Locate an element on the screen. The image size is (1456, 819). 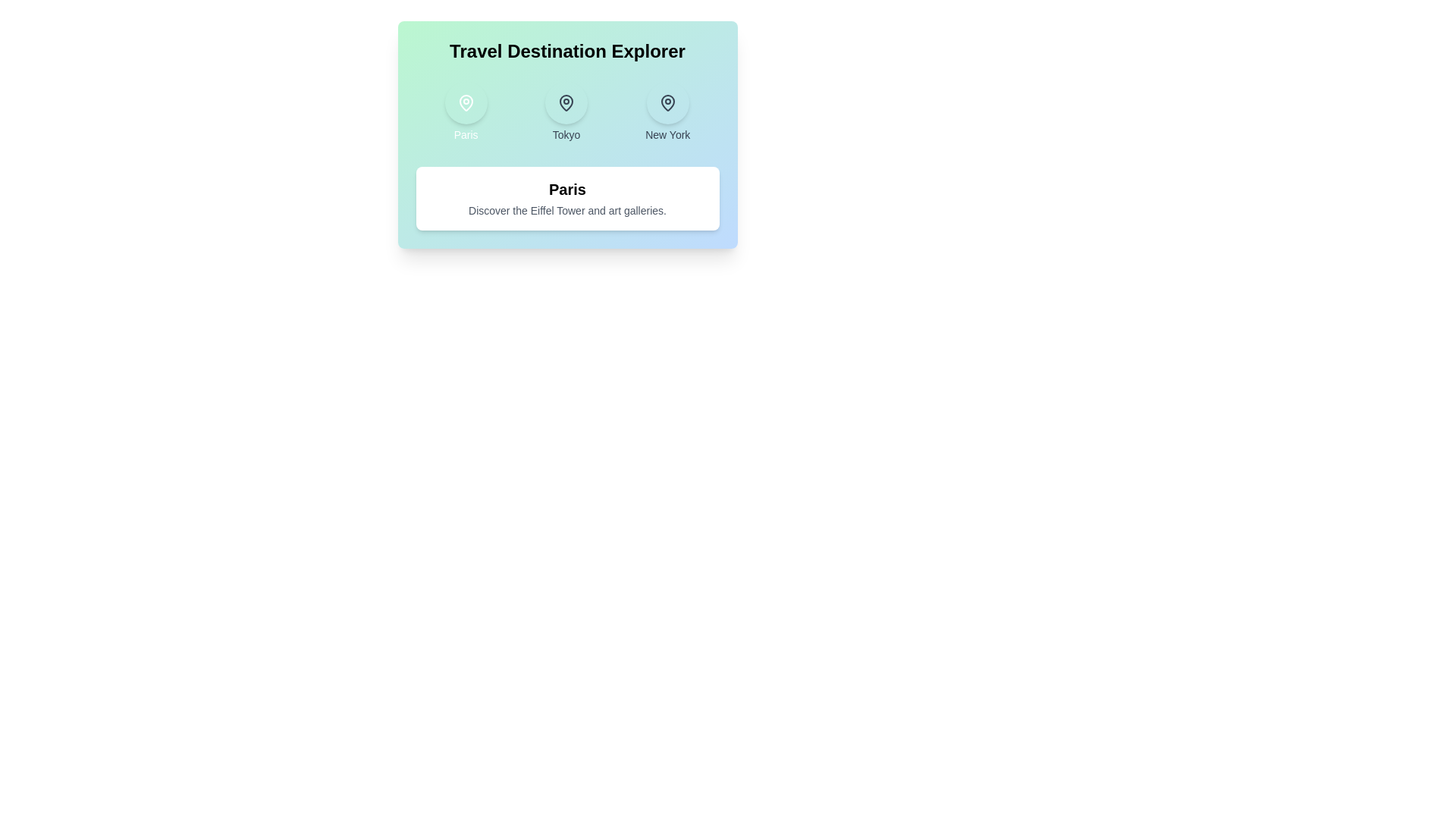
the Map Pin icon representing 'Paris', which is the first button in the row of destination options located at the top-left of the displayed options is located at coordinates (465, 102).